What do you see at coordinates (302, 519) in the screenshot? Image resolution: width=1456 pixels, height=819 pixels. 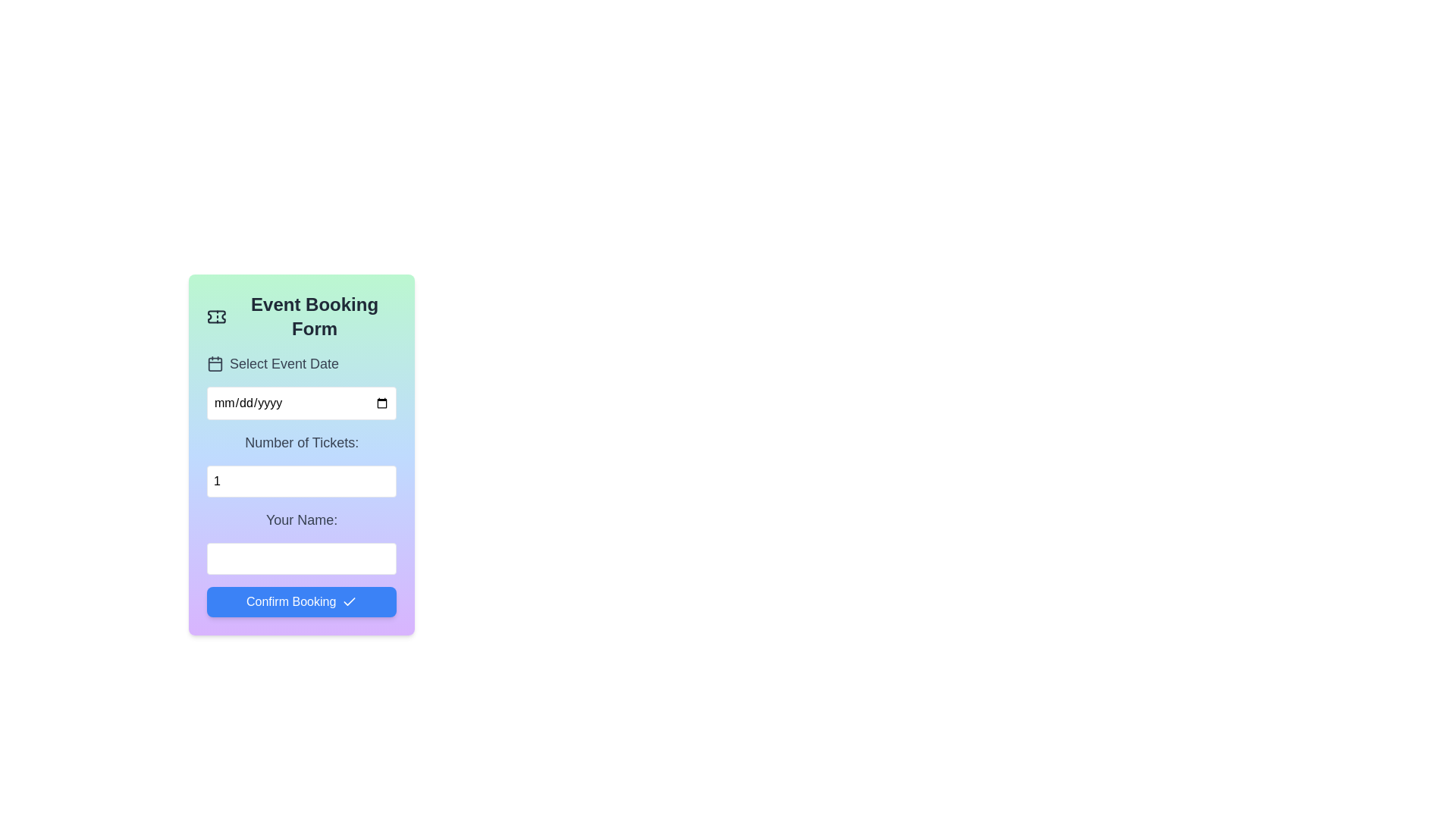 I see `the static text label 'Your Name:' which is displayed in a medium-sized gray font, positioned above the name entry text input field in a light-themed interface` at bounding box center [302, 519].